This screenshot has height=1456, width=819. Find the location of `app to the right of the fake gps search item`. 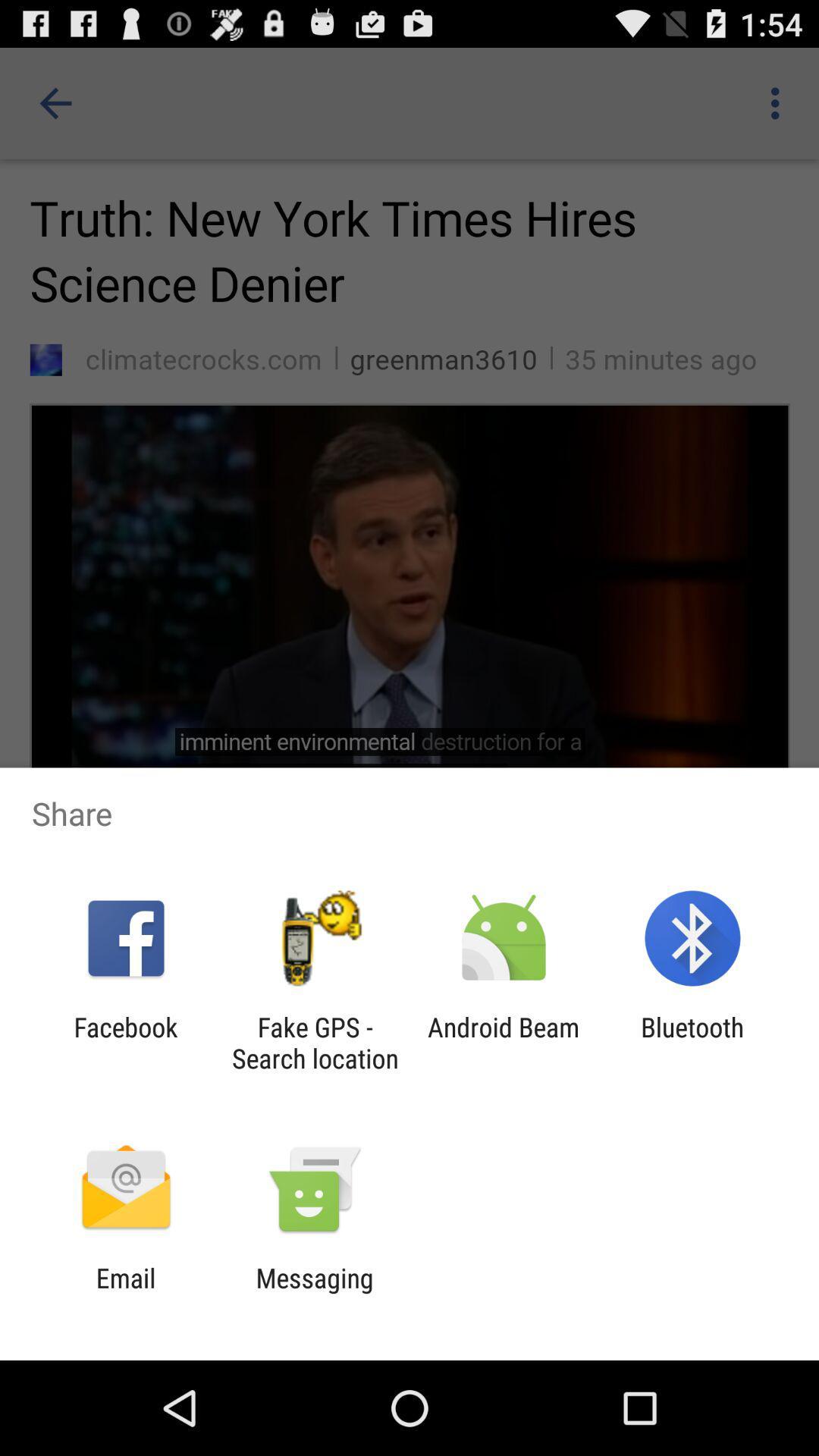

app to the right of the fake gps search item is located at coordinates (504, 1042).